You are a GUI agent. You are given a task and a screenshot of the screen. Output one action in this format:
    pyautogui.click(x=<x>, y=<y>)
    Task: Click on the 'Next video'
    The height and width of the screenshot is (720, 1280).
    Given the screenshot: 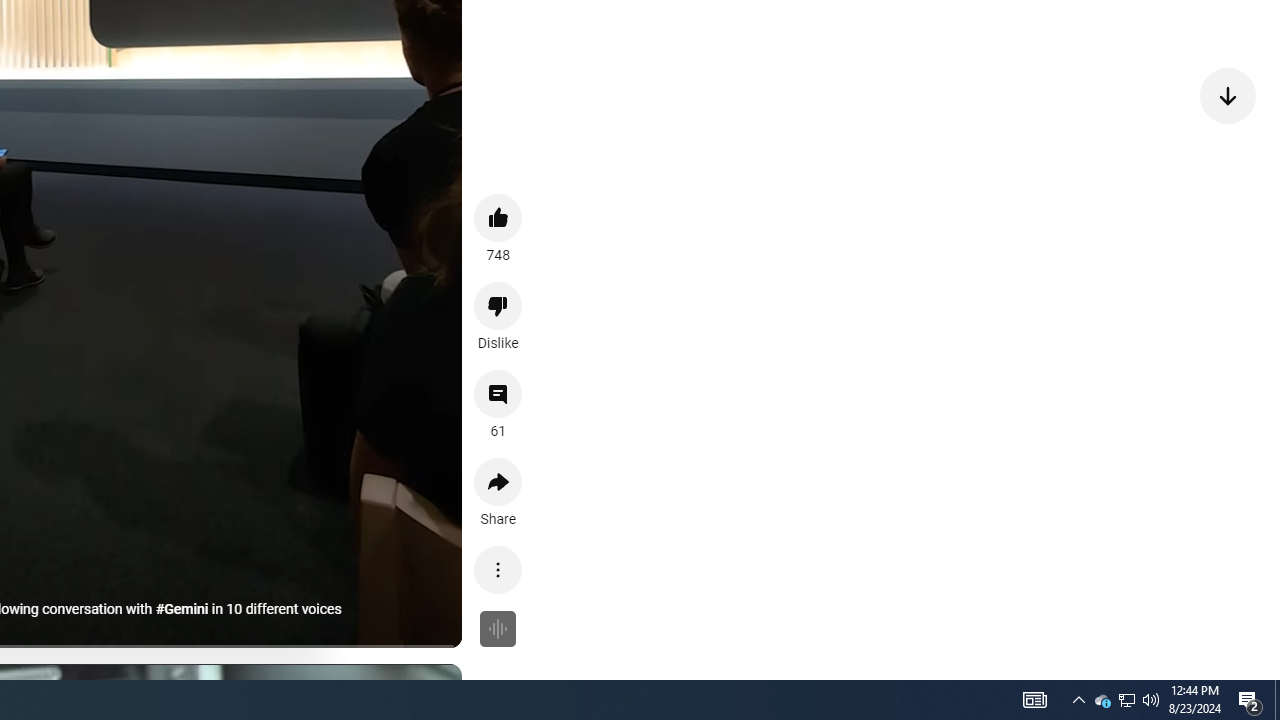 What is the action you would take?
    pyautogui.click(x=1227, y=95)
    